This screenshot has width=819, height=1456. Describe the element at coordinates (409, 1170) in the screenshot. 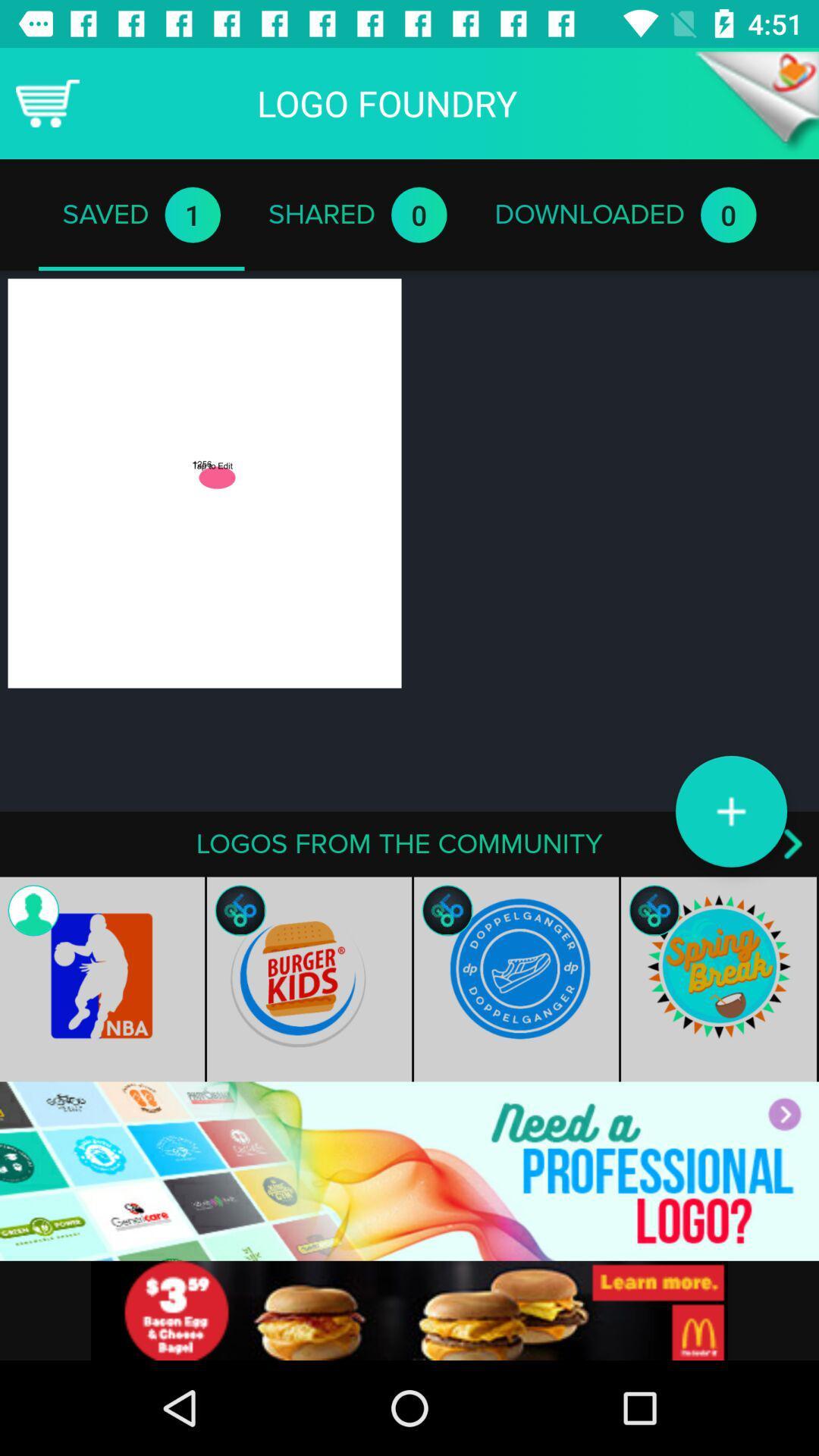

I see `open advertisement` at that location.